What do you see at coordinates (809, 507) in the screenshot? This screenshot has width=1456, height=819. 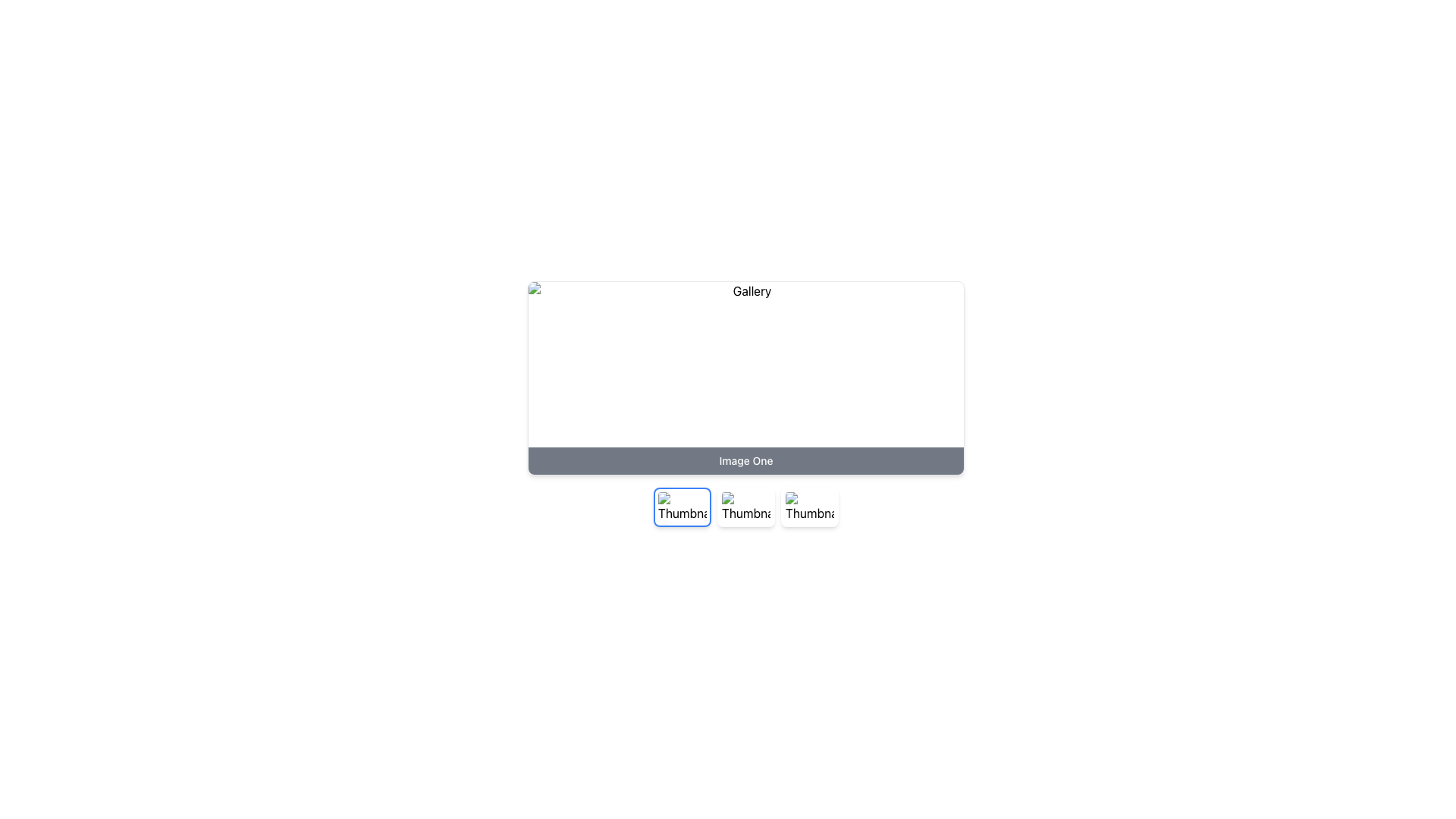 I see `the rightmost thumbnail image in the gallery to trigger visual effects` at bounding box center [809, 507].